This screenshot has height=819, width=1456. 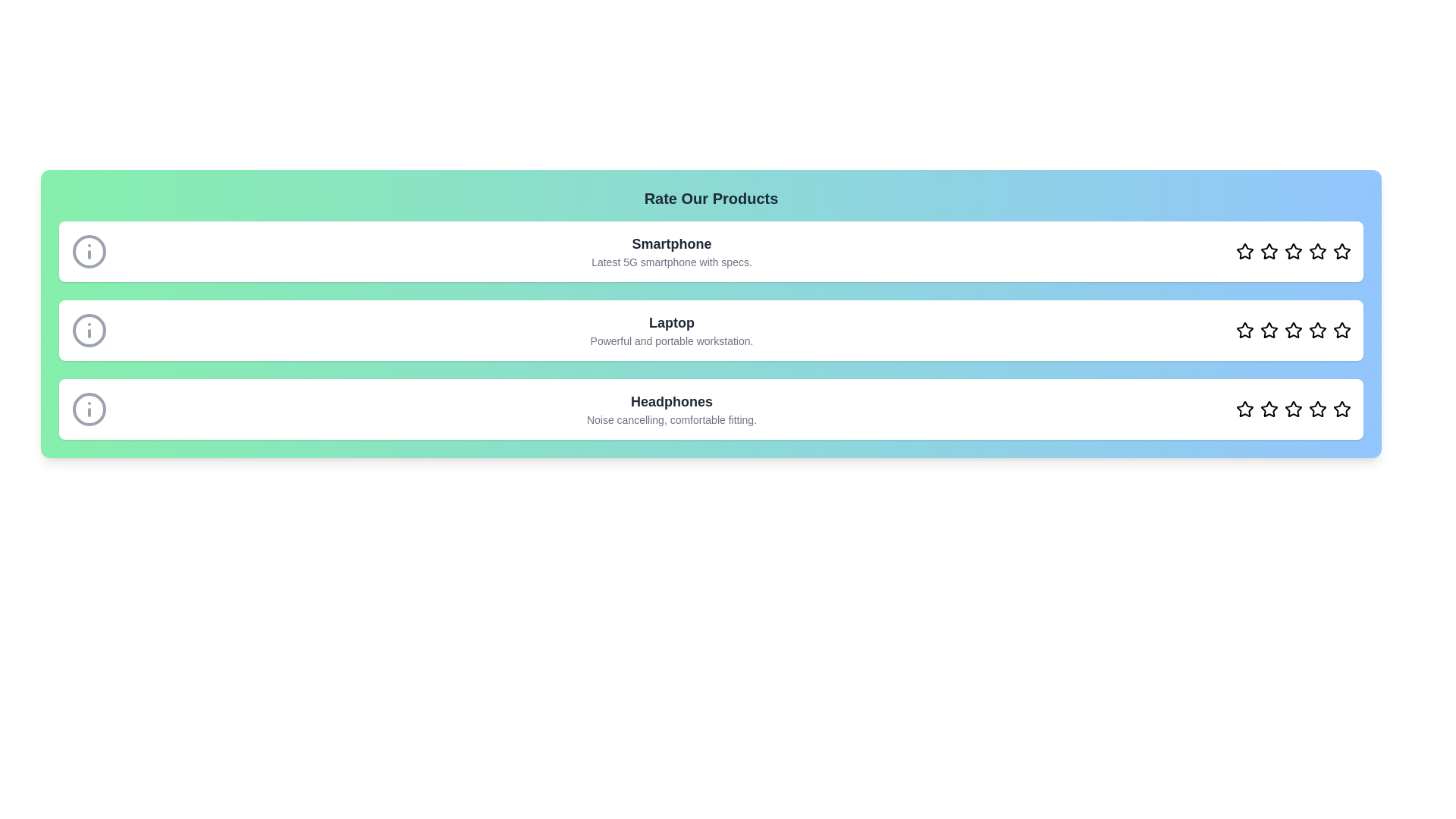 What do you see at coordinates (1292, 409) in the screenshot?
I see `the fourth star icon in the rating interface for the 'Headphones' product to rate it` at bounding box center [1292, 409].